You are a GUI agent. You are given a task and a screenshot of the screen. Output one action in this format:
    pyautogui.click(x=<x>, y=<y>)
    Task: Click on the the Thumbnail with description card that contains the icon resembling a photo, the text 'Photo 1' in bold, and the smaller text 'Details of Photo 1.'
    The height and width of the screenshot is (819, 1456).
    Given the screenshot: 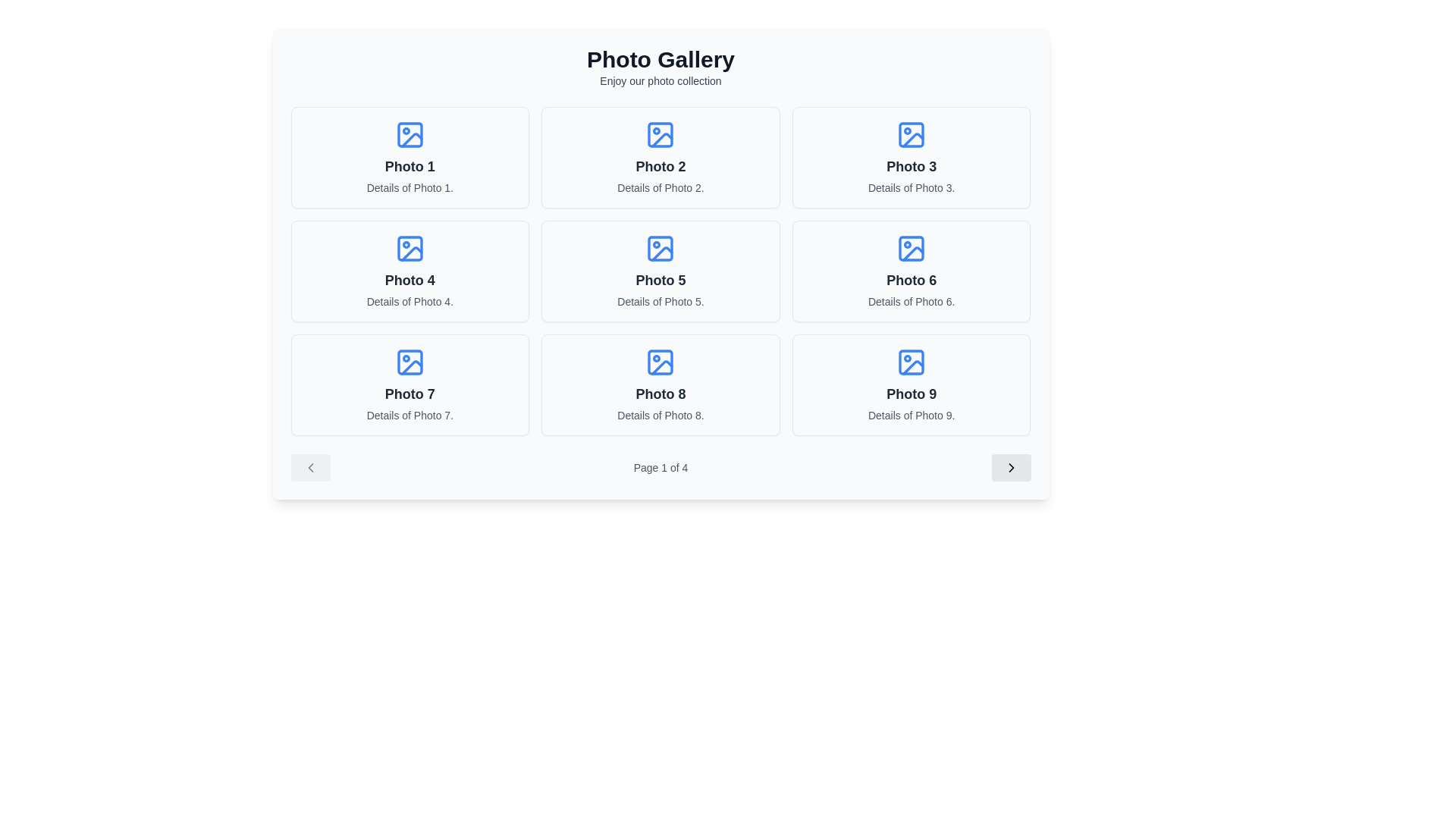 What is the action you would take?
    pyautogui.click(x=409, y=158)
    